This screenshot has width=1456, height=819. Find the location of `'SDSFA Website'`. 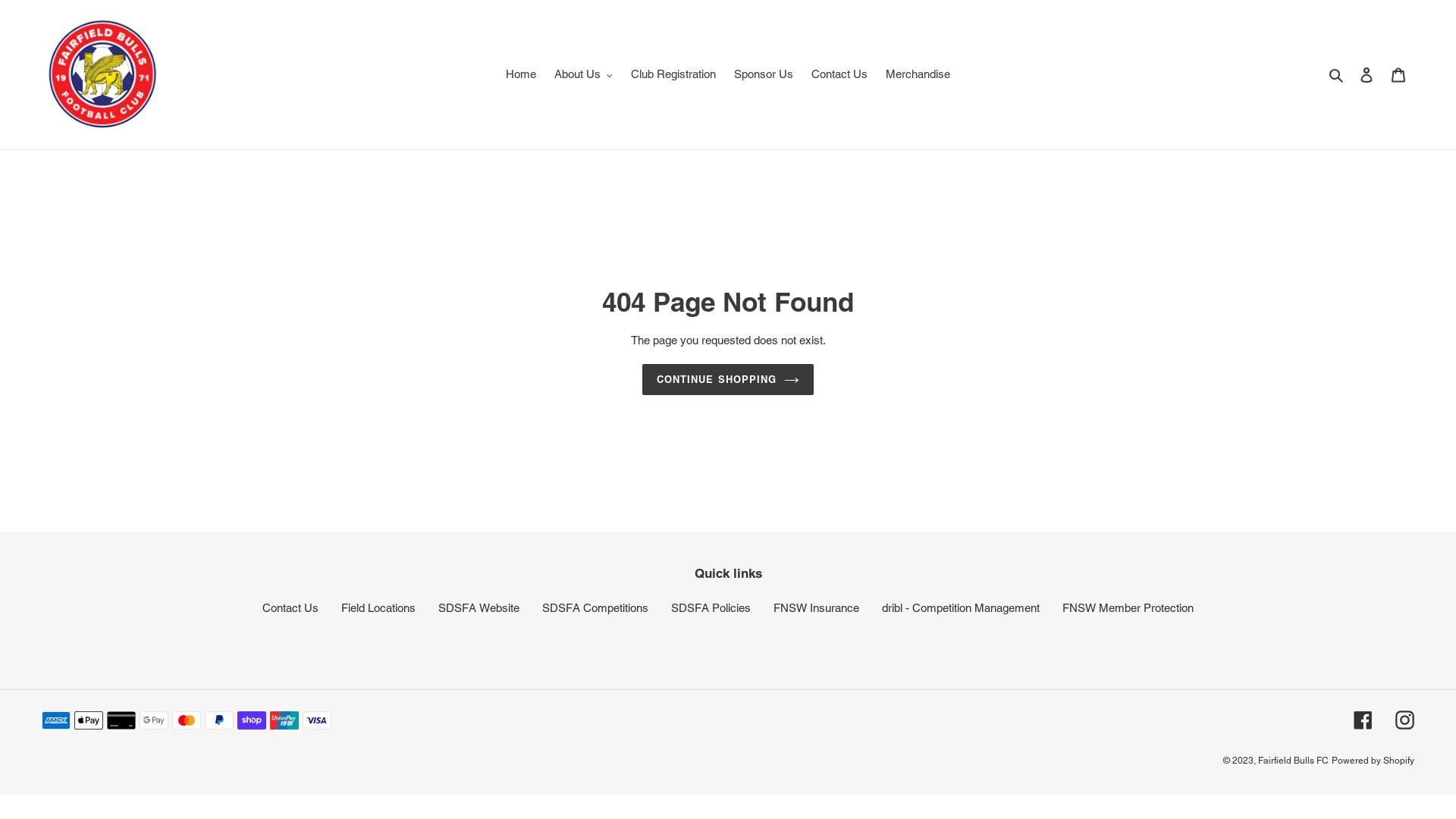

'SDSFA Website' is located at coordinates (437, 607).